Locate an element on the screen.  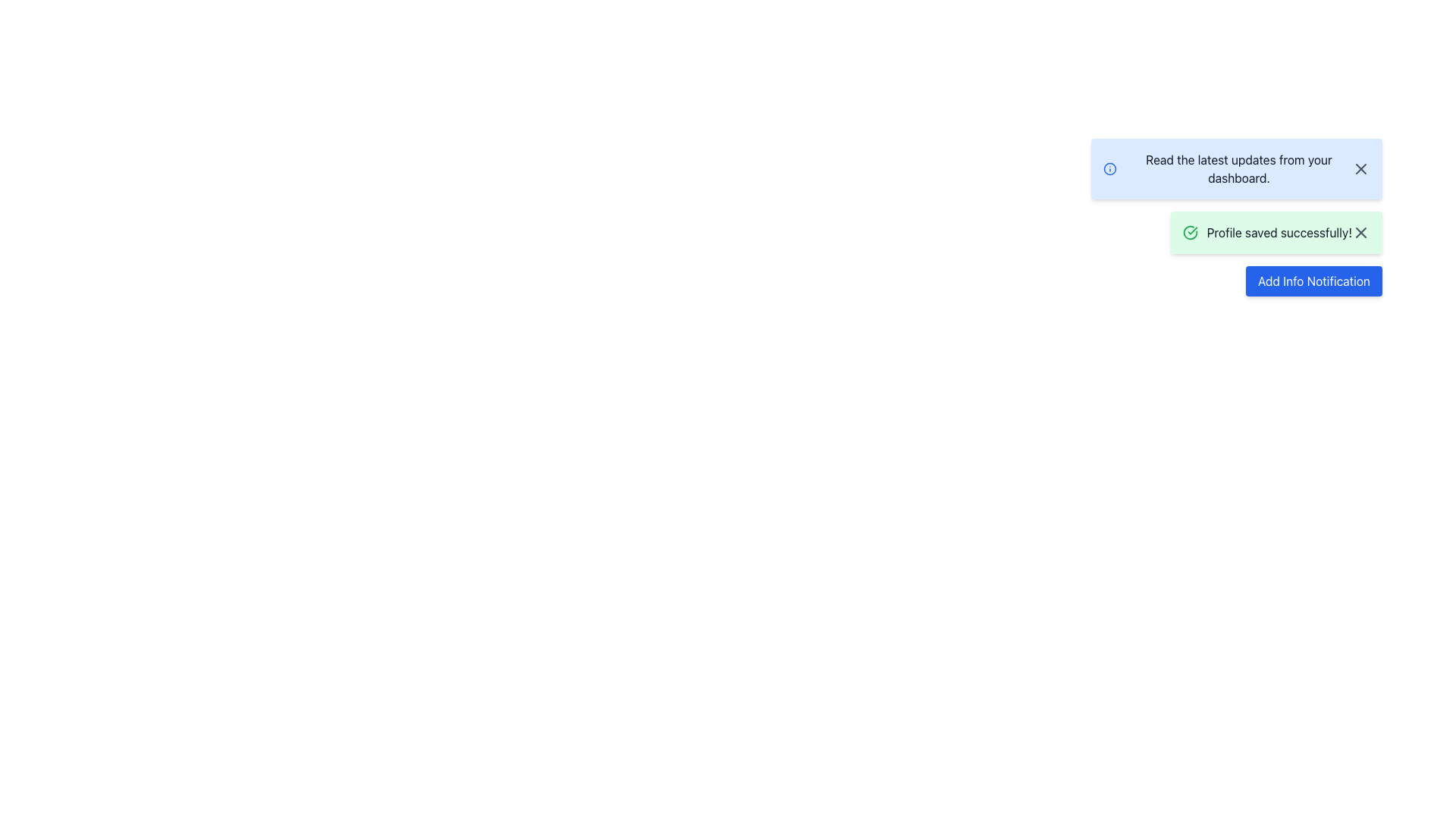
the small 'X' icon button located at the far right of the green notification bar is located at coordinates (1361, 233).